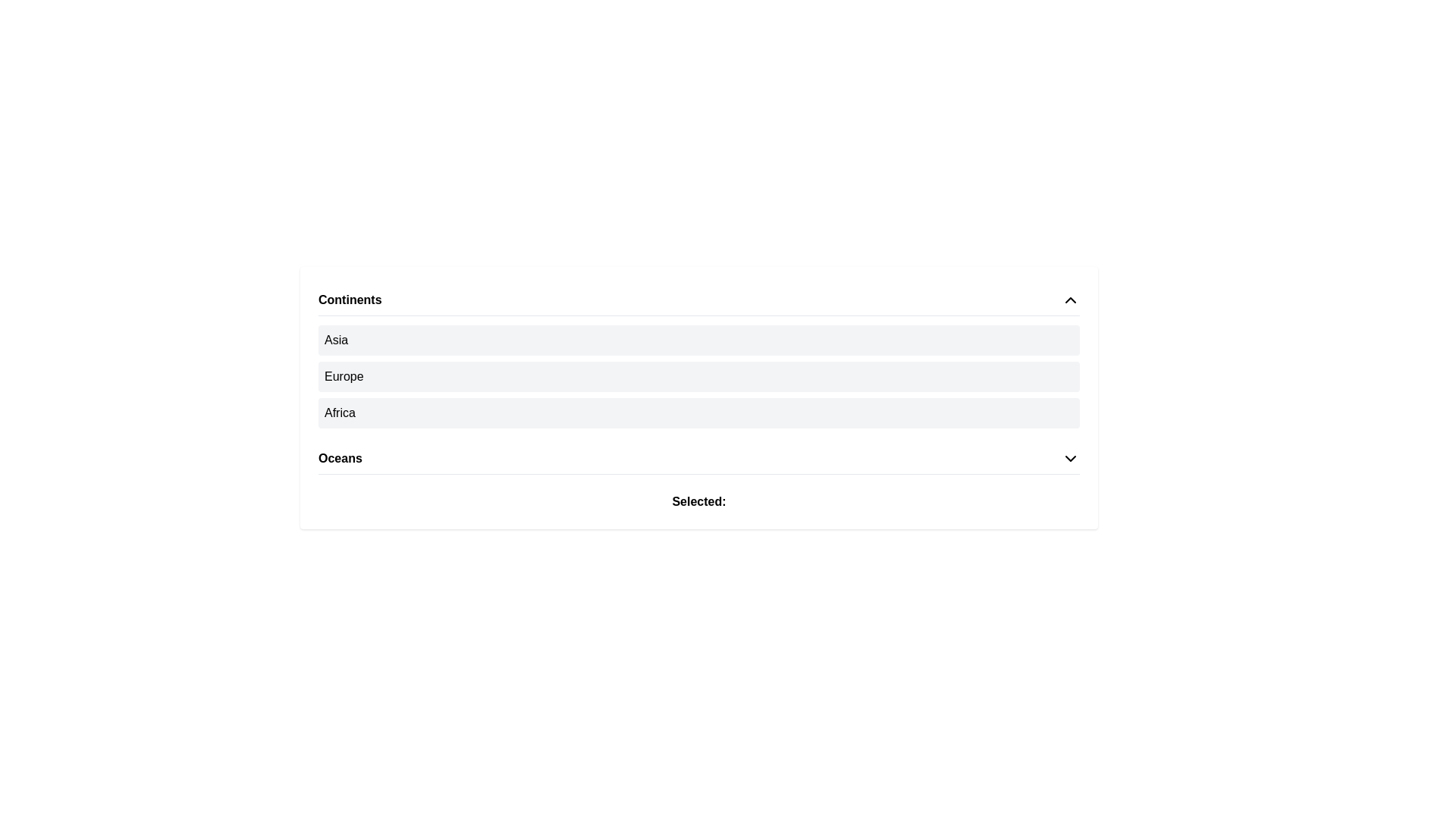  What do you see at coordinates (1069, 458) in the screenshot?
I see `the downward-pointing chevron icon located at the far right of the 'Oceans' text` at bounding box center [1069, 458].